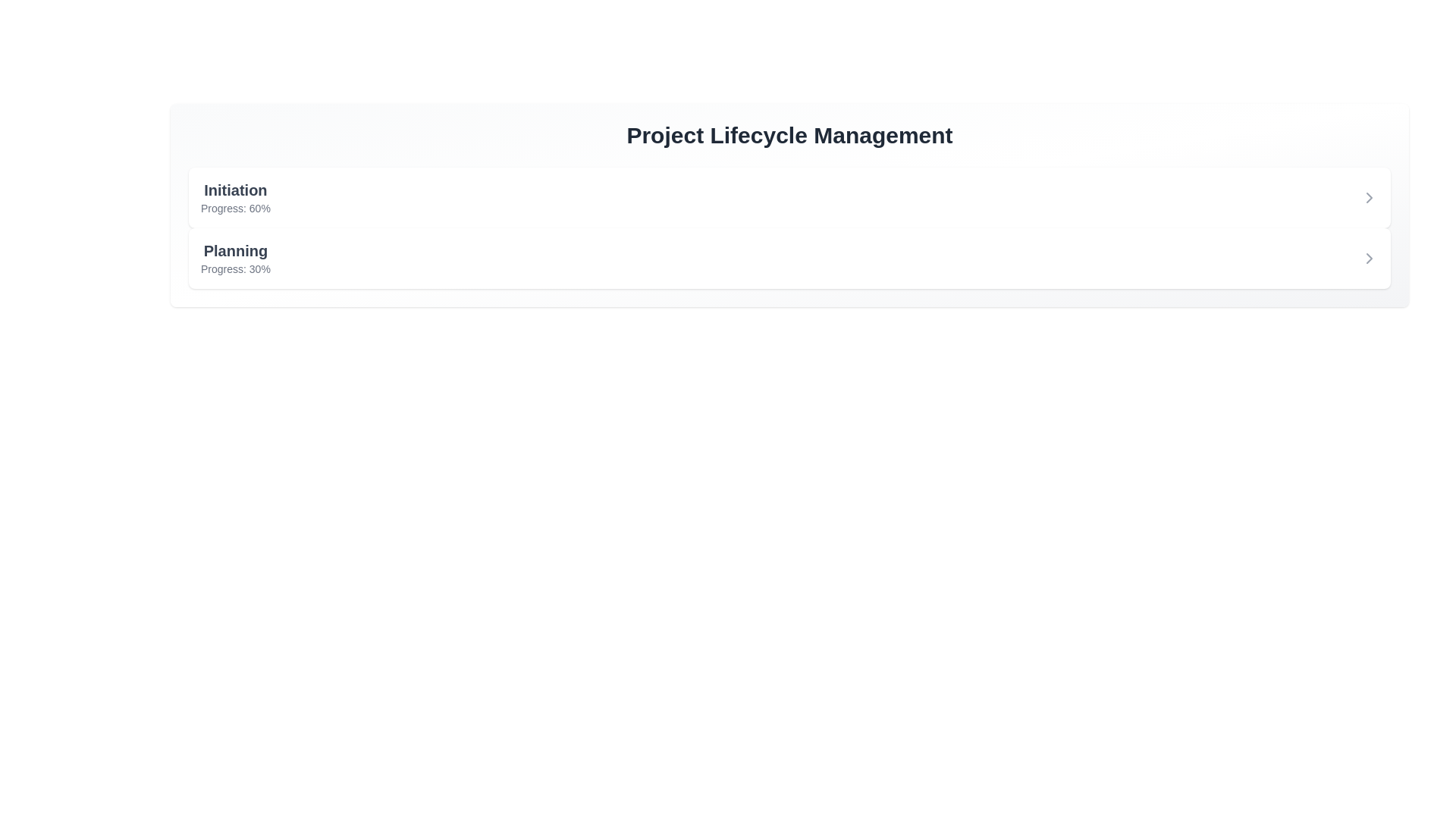 Image resolution: width=1456 pixels, height=819 pixels. What do you see at coordinates (234, 268) in the screenshot?
I see `the text label displaying 'Progress: 30%', which is located below the header 'Planning' in the Project Lifecycle Management section` at bounding box center [234, 268].